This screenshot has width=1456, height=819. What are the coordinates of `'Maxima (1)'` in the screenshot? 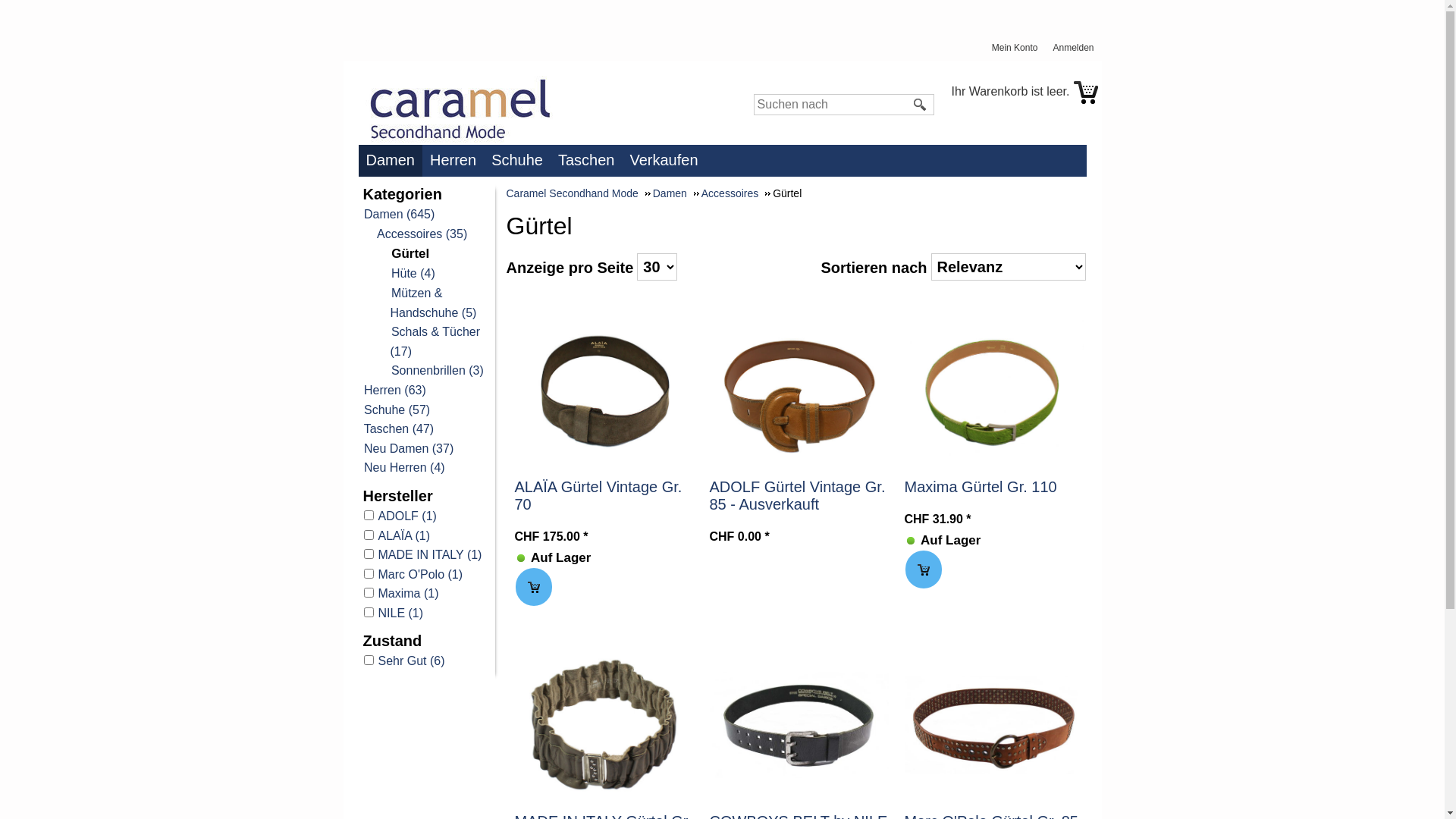 It's located at (425, 593).